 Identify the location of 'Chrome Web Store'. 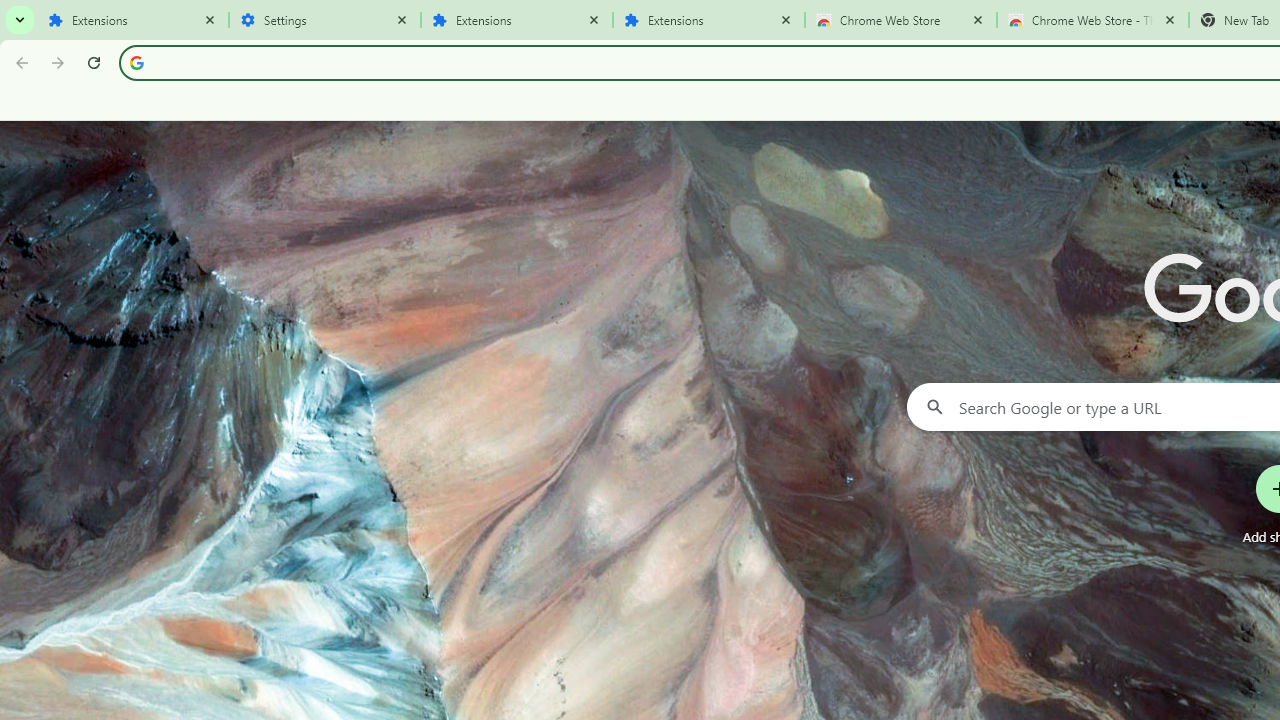
(900, 20).